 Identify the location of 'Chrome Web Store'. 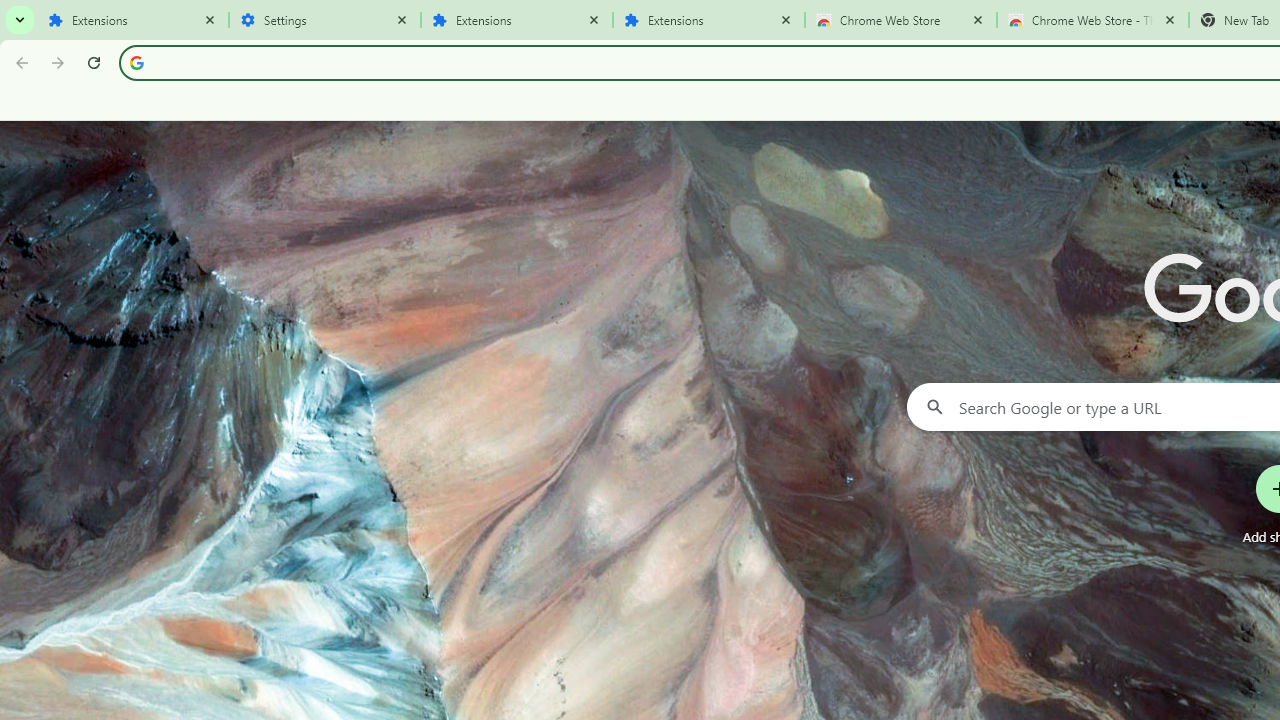
(900, 20).